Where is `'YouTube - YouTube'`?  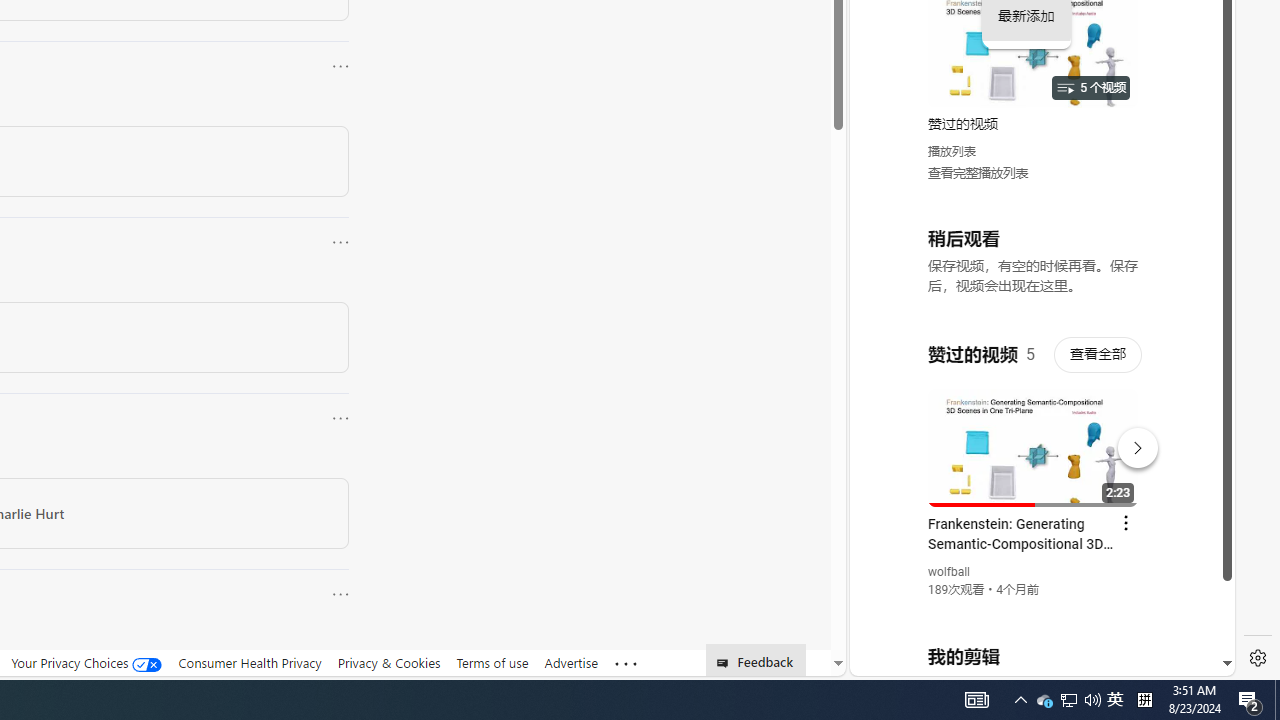 'YouTube - YouTube' is located at coordinates (1034, 265).